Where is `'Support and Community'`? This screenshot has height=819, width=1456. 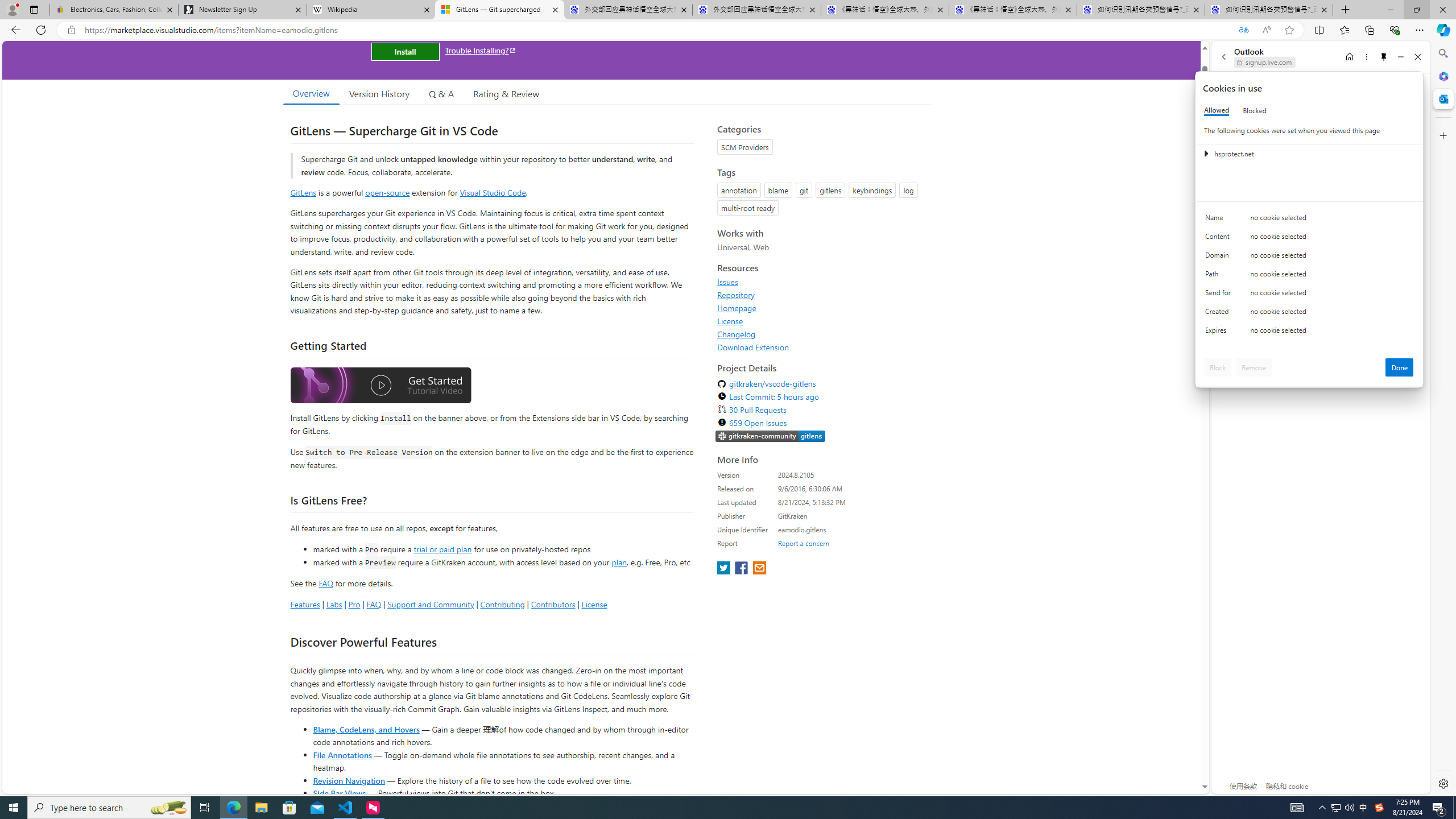 'Support and Community' is located at coordinates (431, 603).